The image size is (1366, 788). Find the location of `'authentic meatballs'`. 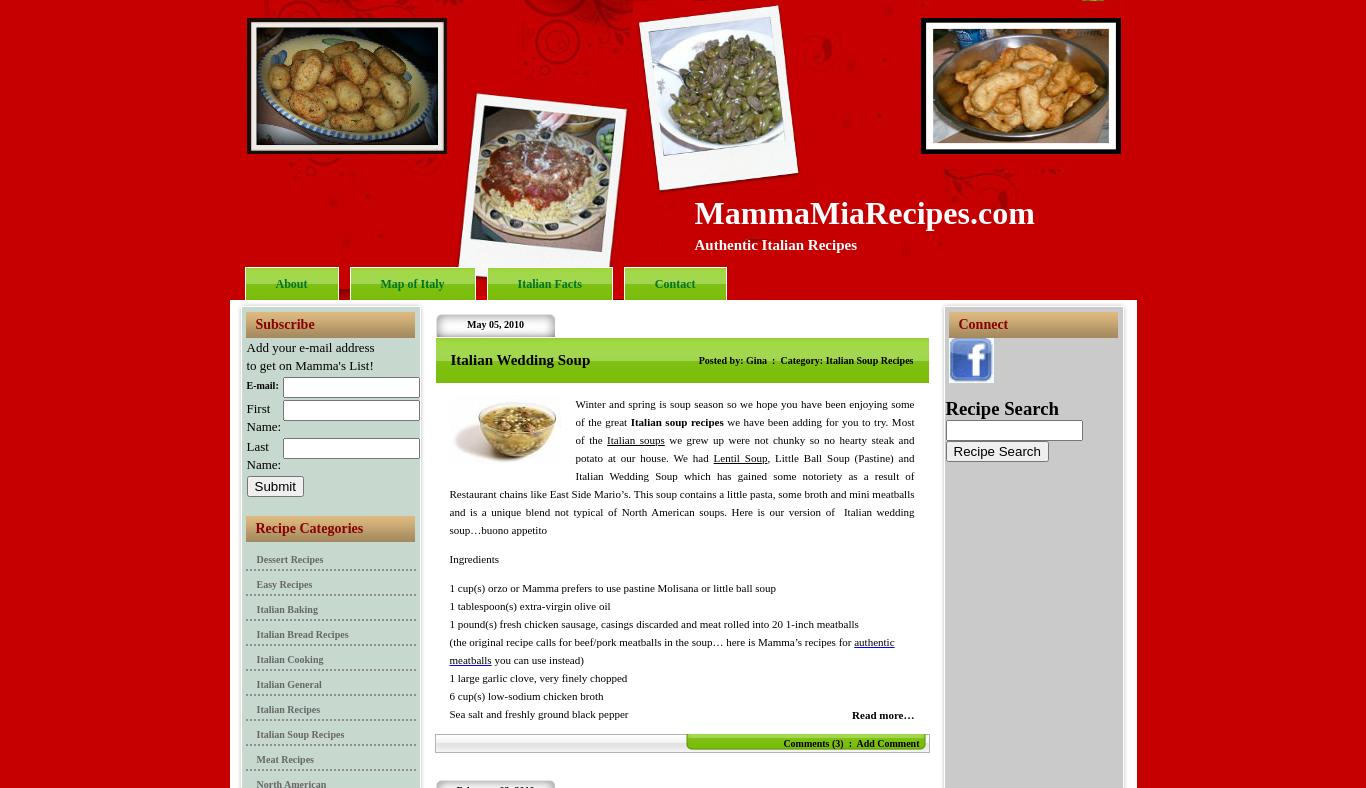

'authentic meatballs' is located at coordinates (670, 649).